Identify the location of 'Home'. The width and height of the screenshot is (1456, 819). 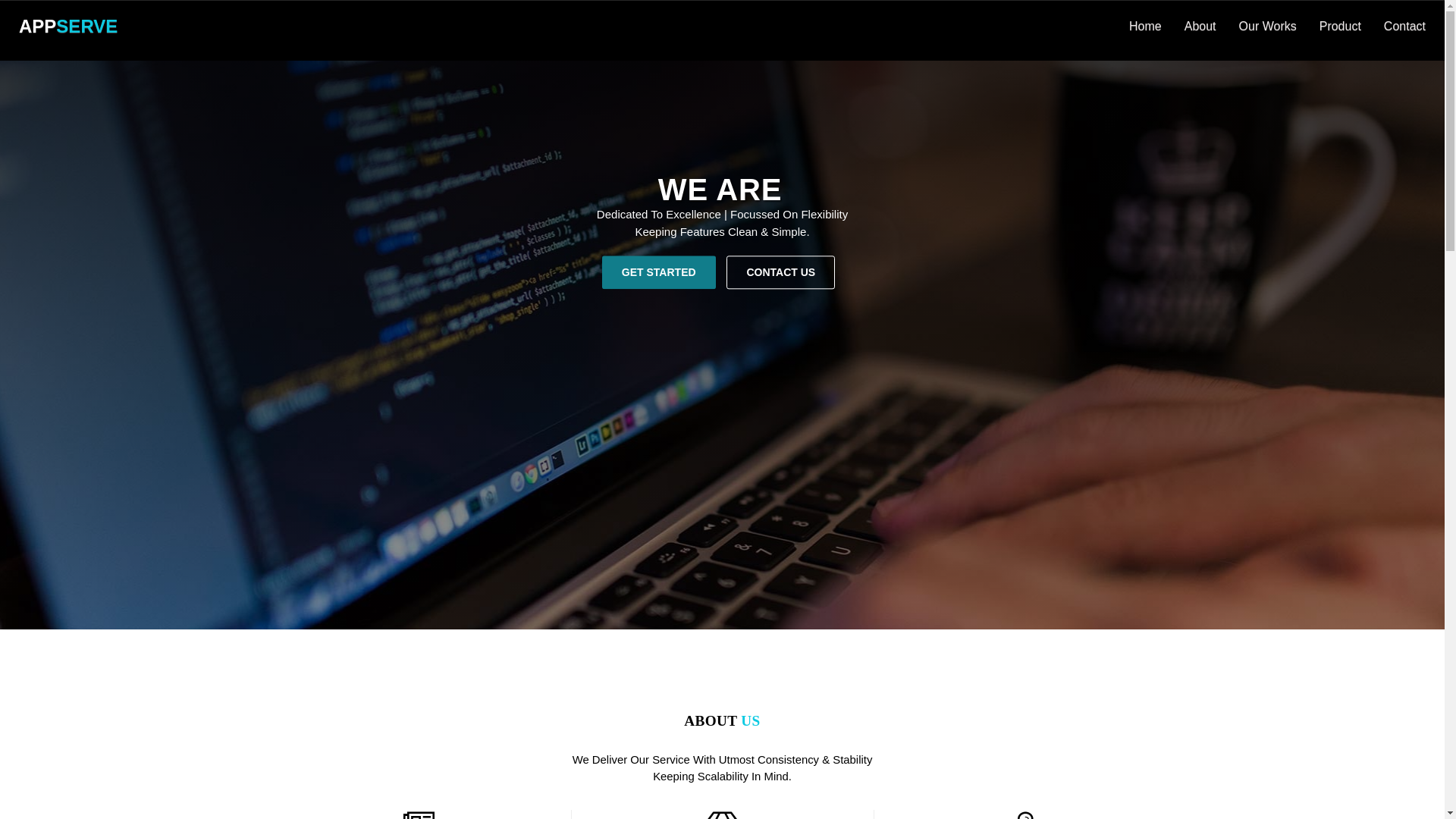
(1145, 26).